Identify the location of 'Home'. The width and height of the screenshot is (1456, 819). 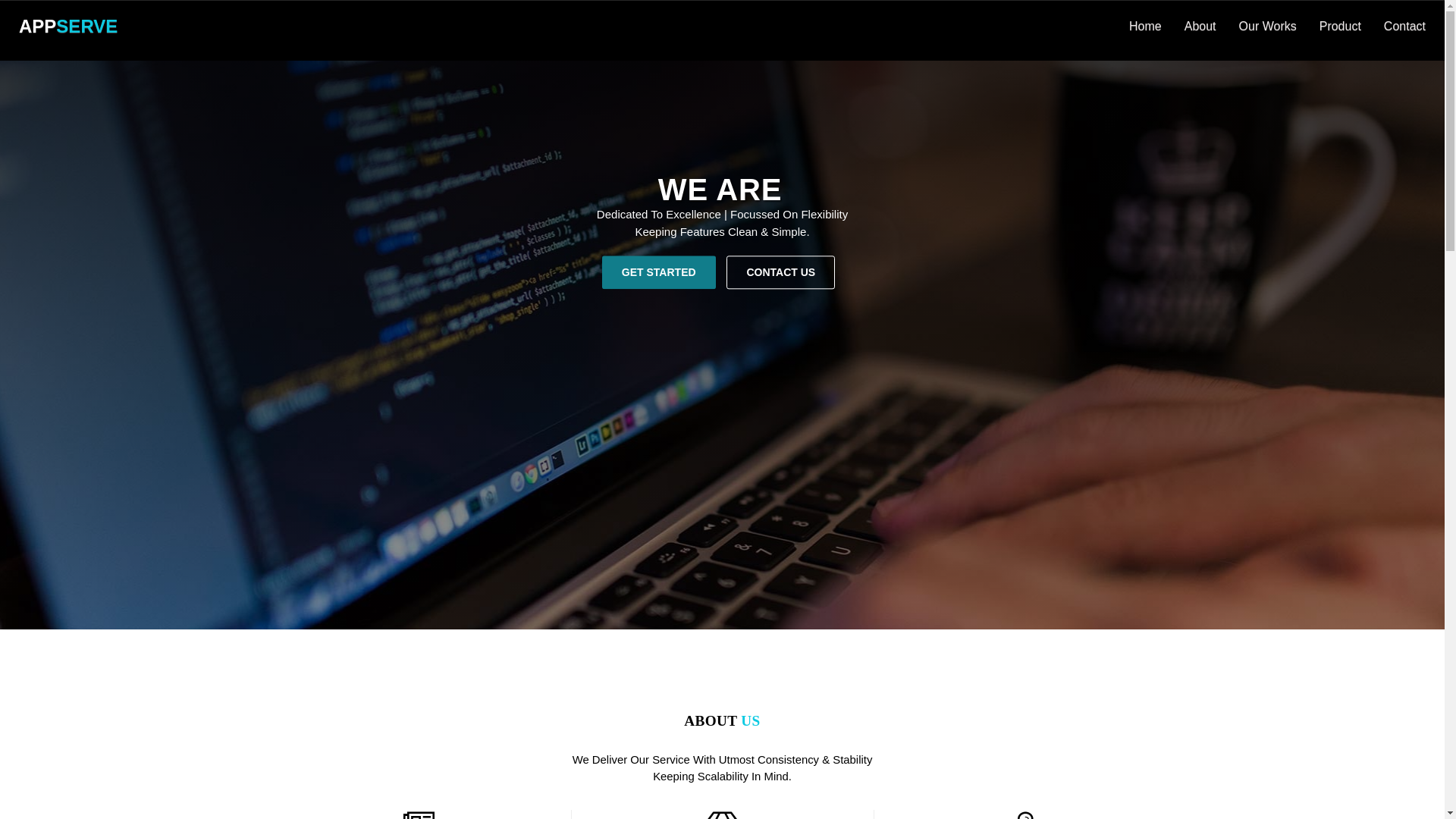
(1145, 26).